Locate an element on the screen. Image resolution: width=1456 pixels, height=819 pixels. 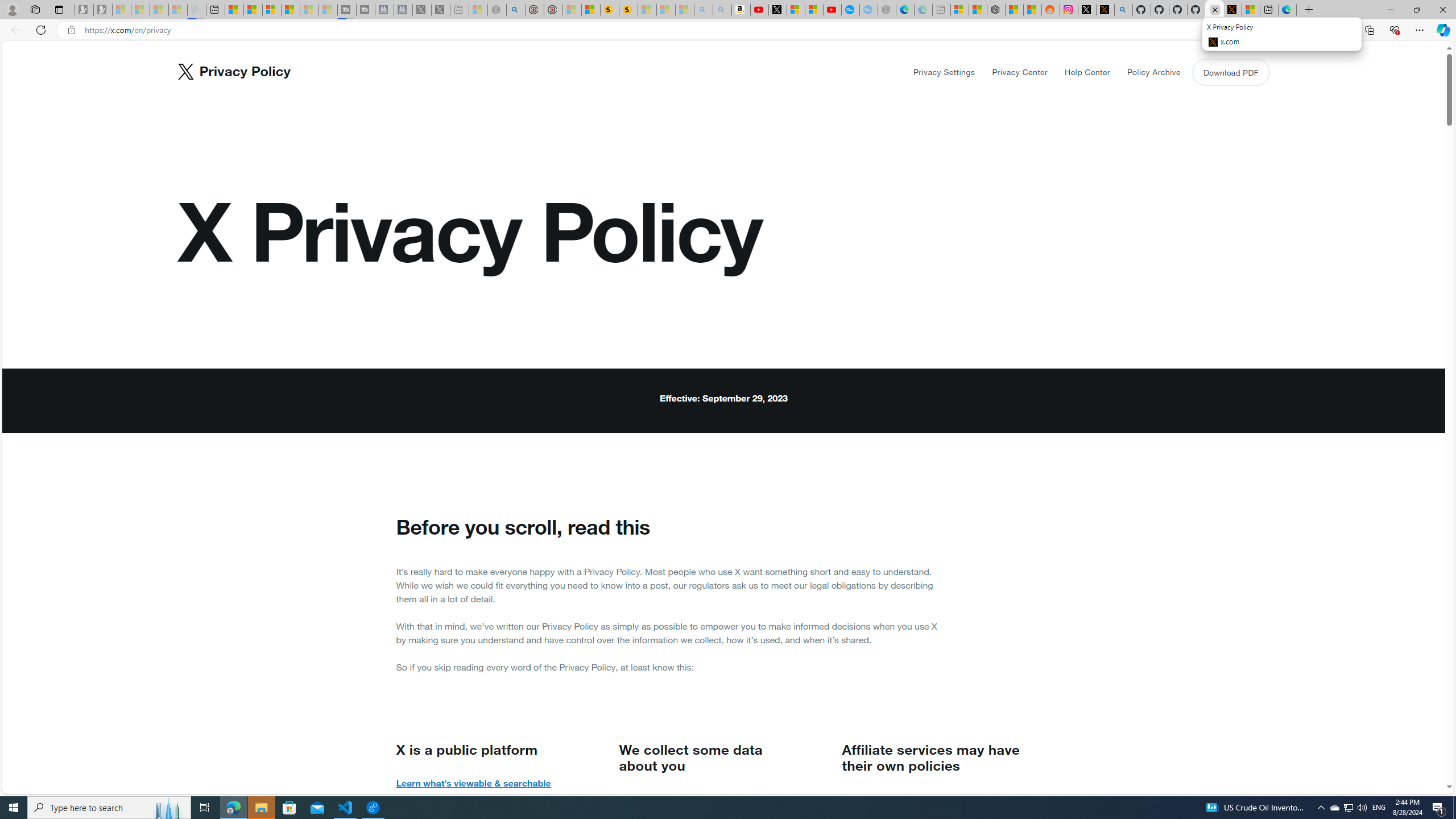
'Microsoft Start - Sleeping' is located at coordinates (309, 9).